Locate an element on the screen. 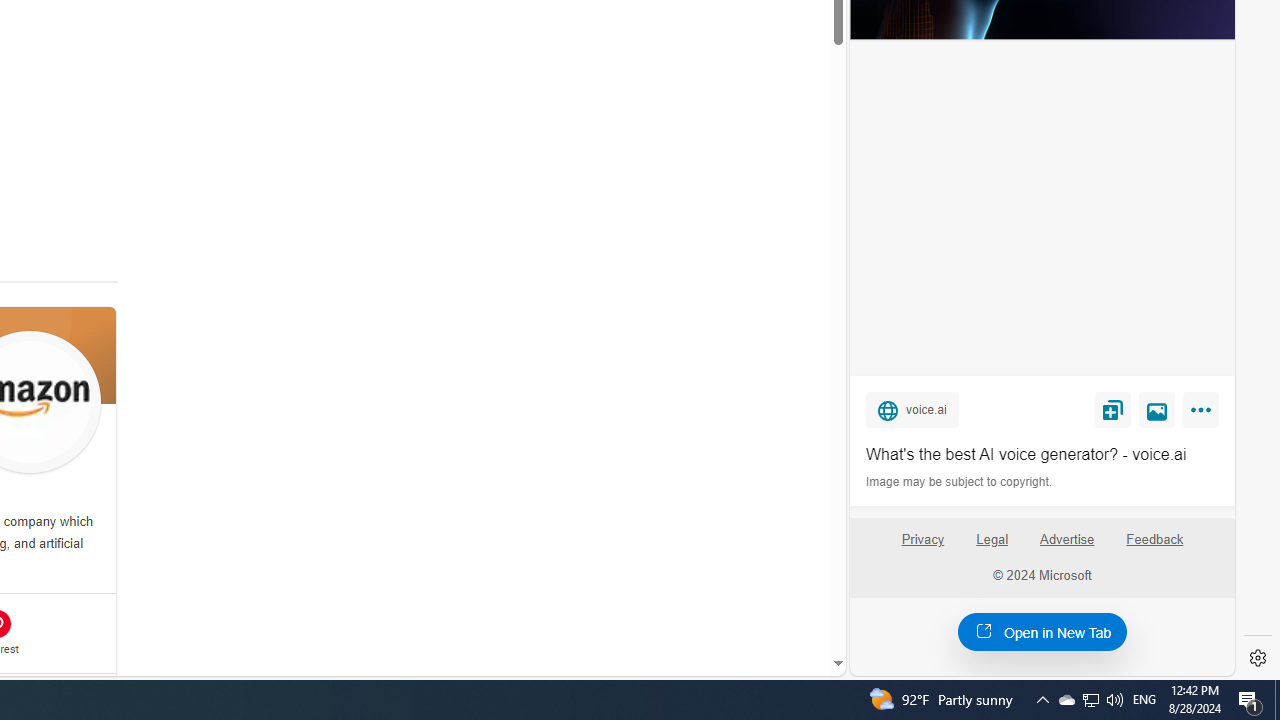  'Save' is located at coordinates (1111, 408).